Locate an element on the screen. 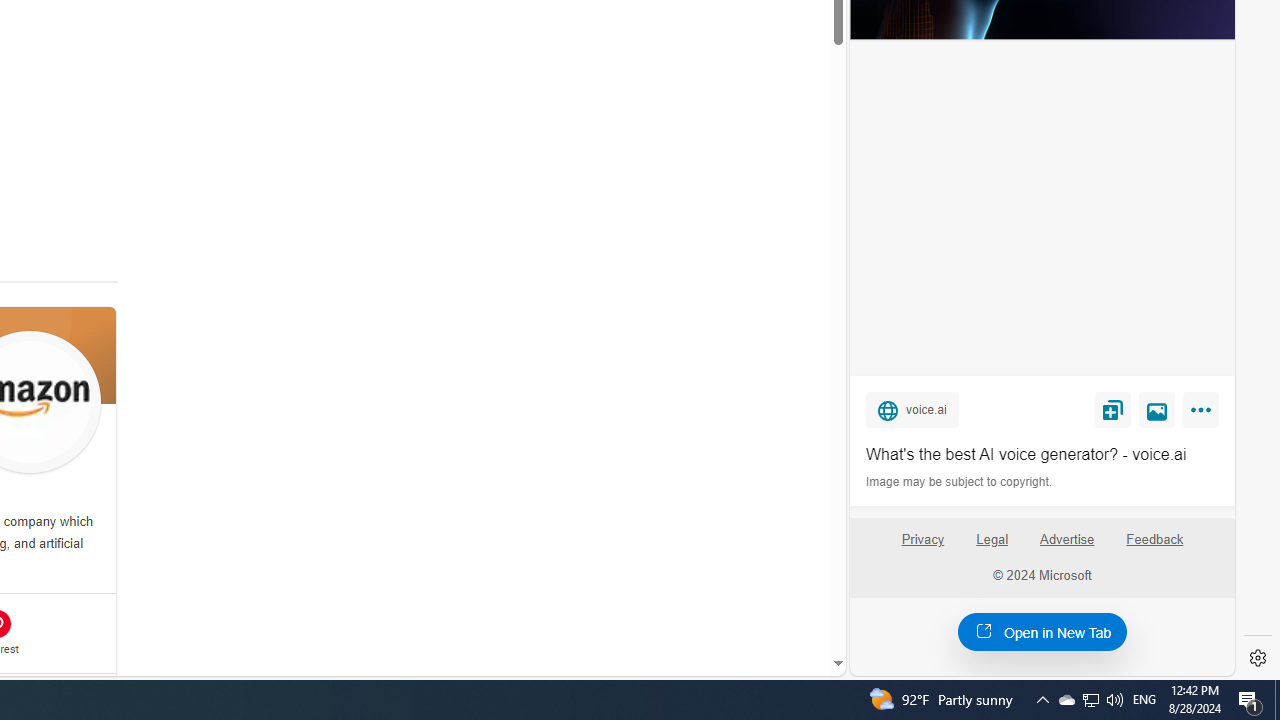  'Save' is located at coordinates (1111, 408).